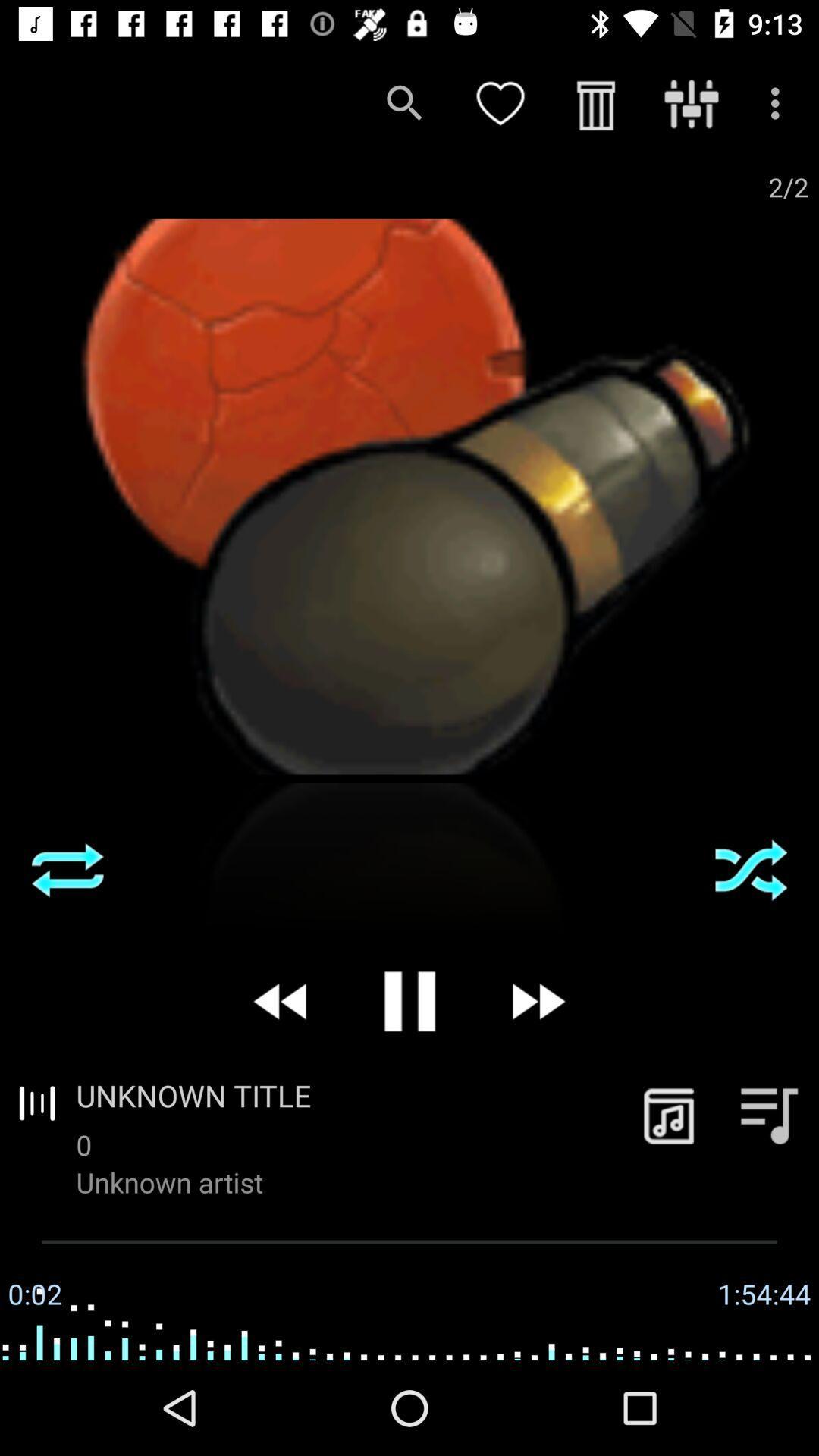  Describe the element at coordinates (779, 102) in the screenshot. I see `the item above 2/2 item` at that location.